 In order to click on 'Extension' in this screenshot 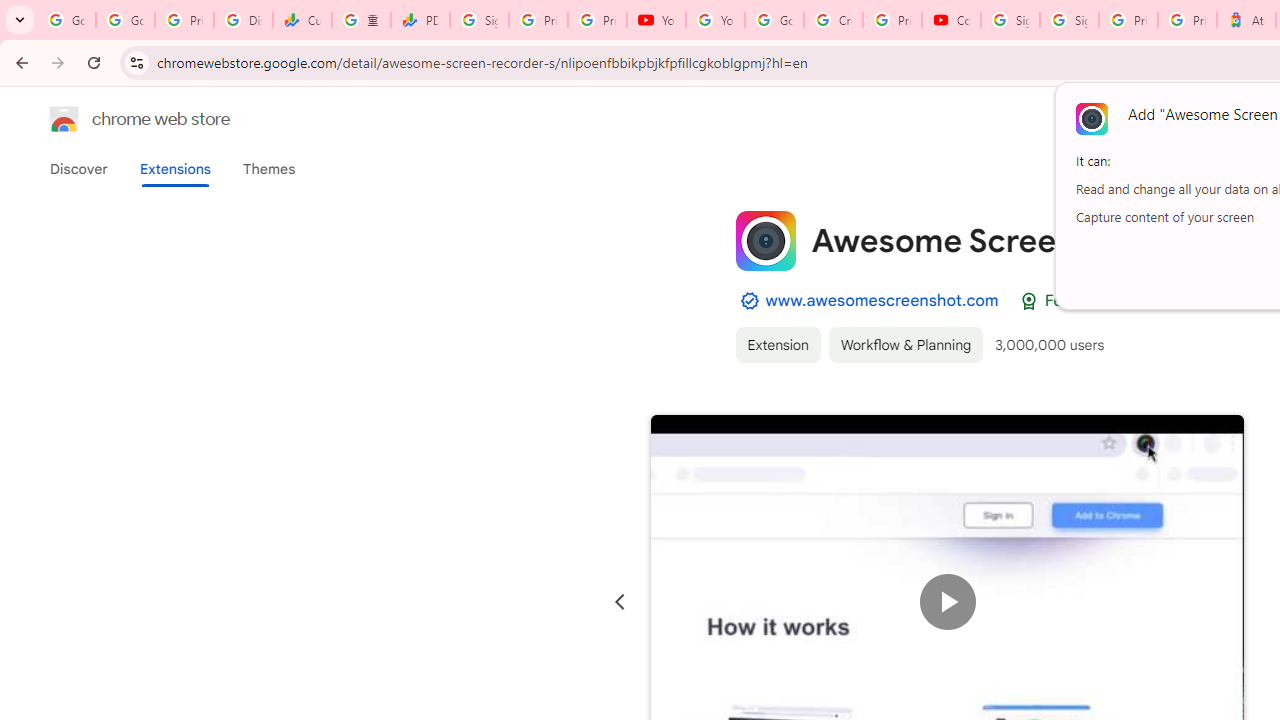, I will do `click(776, 343)`.